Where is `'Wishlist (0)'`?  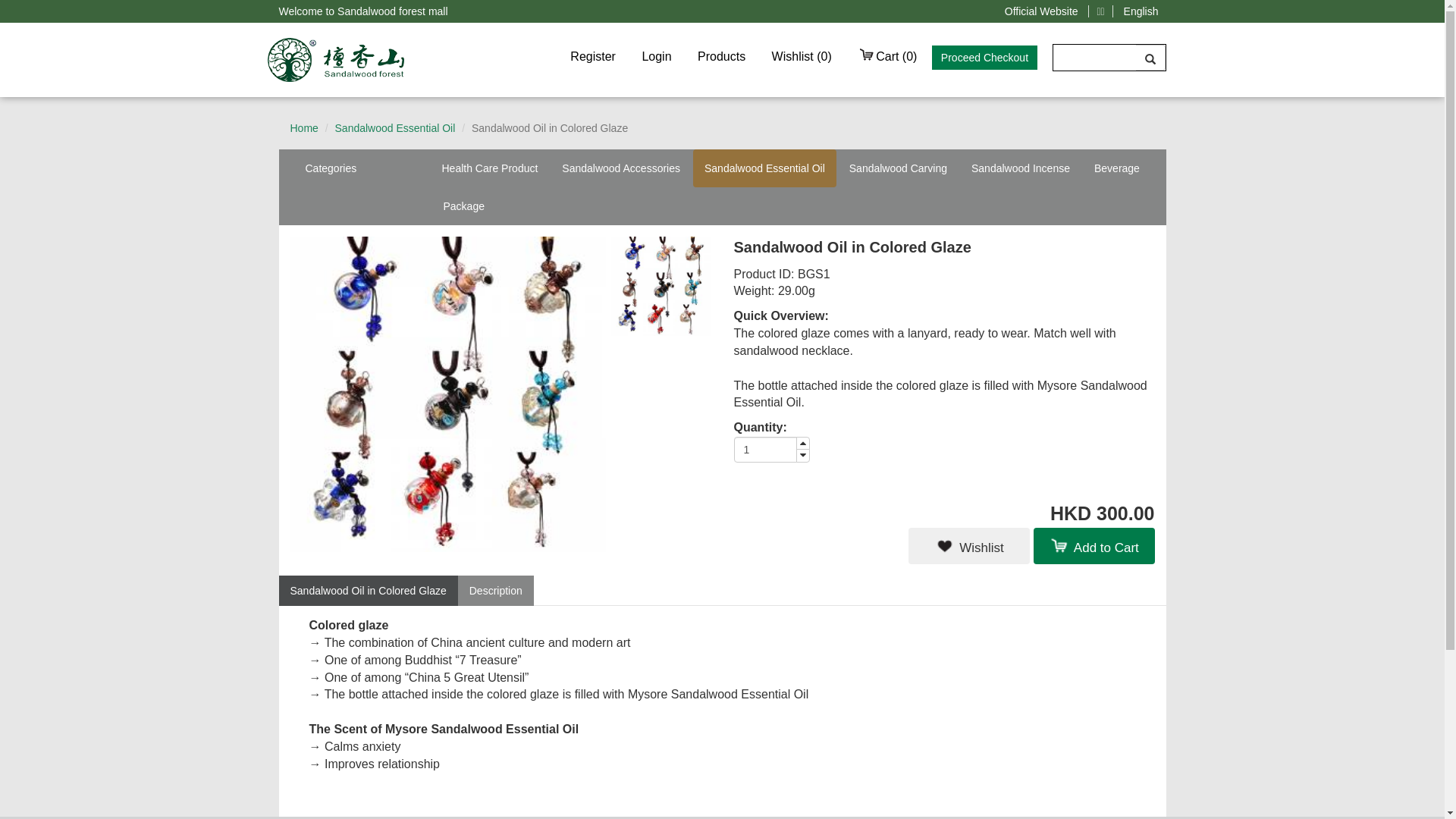
'Wishlist (0)' is located at coordinates (801, 55).